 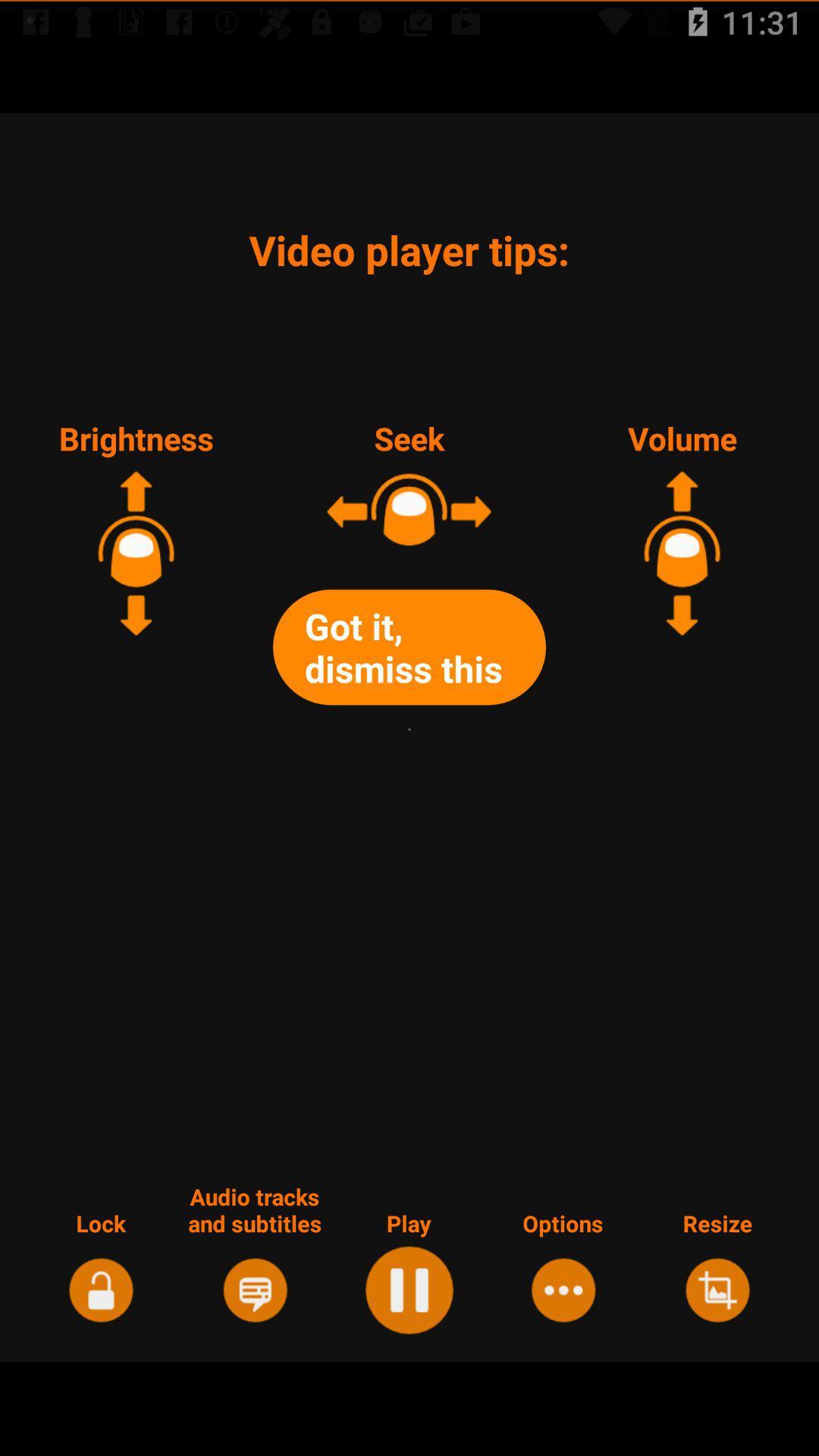 I want to click on the icon right below play, so click(x=408, y=1288).